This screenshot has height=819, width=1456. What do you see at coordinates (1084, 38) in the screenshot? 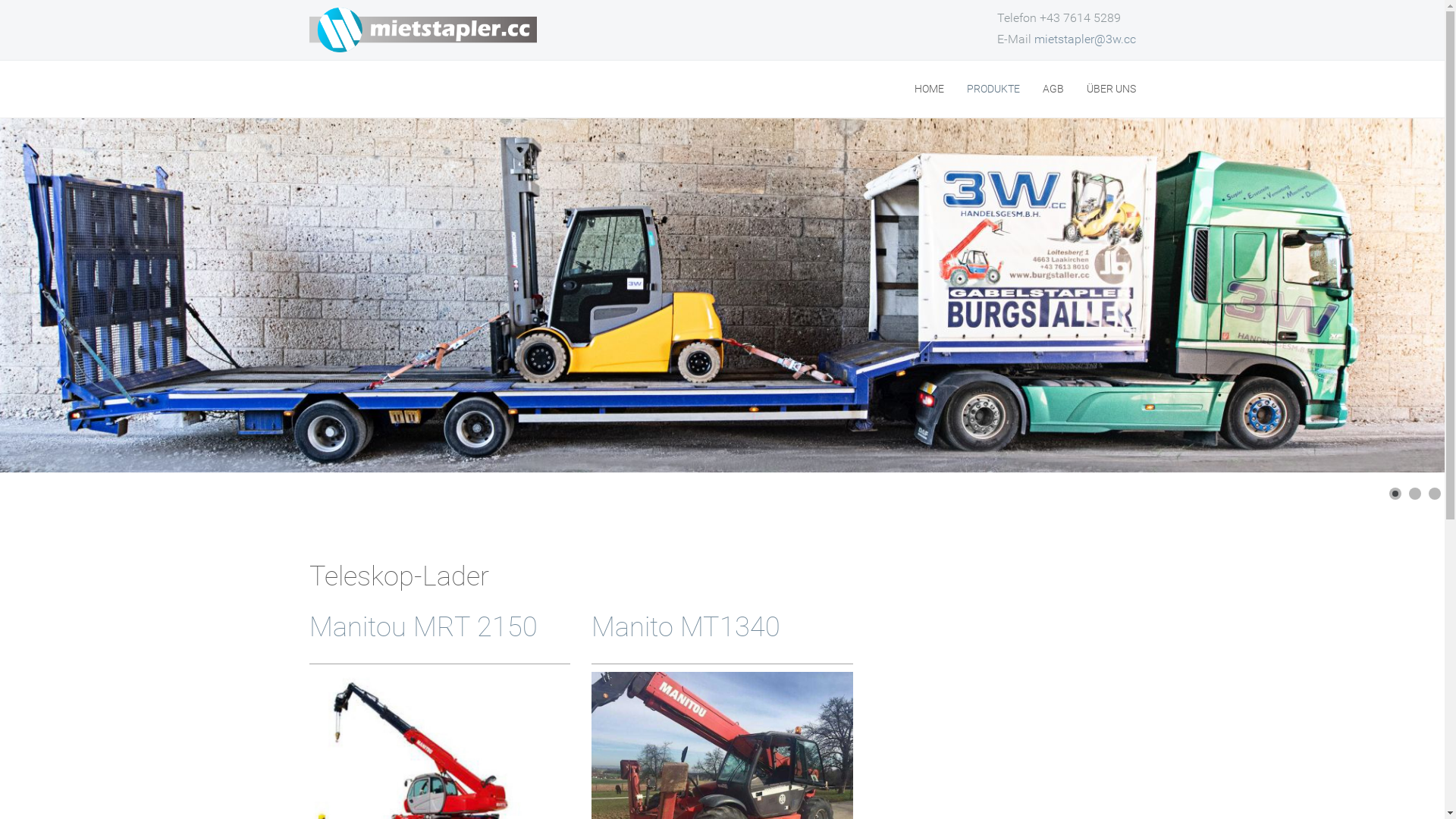
I see `'mietstapler@3w.cc'` at bounding box center [1084, 38].